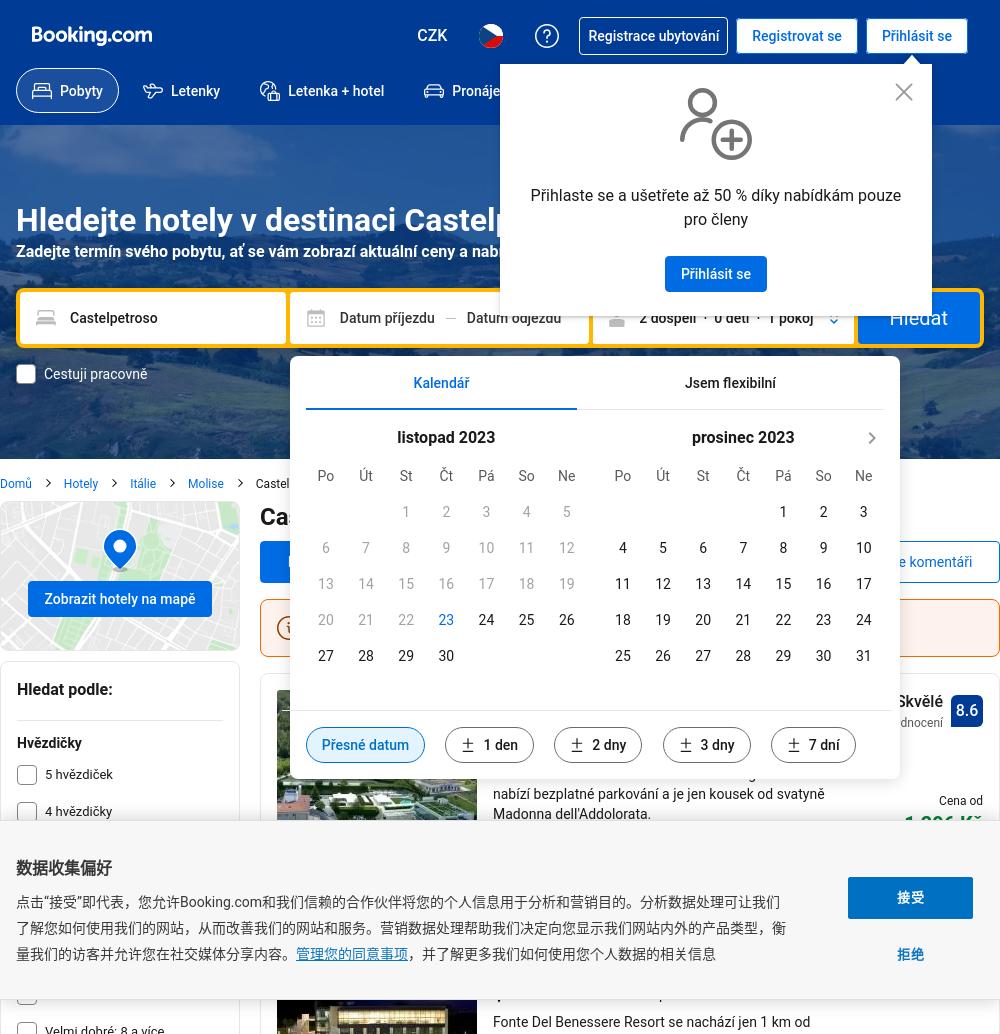 This screenshot has width=1000, height=1034. What do you see at coordinates (15, 481) in the screenshot?
I see `'Domů'` at bounding box center [15, 481].